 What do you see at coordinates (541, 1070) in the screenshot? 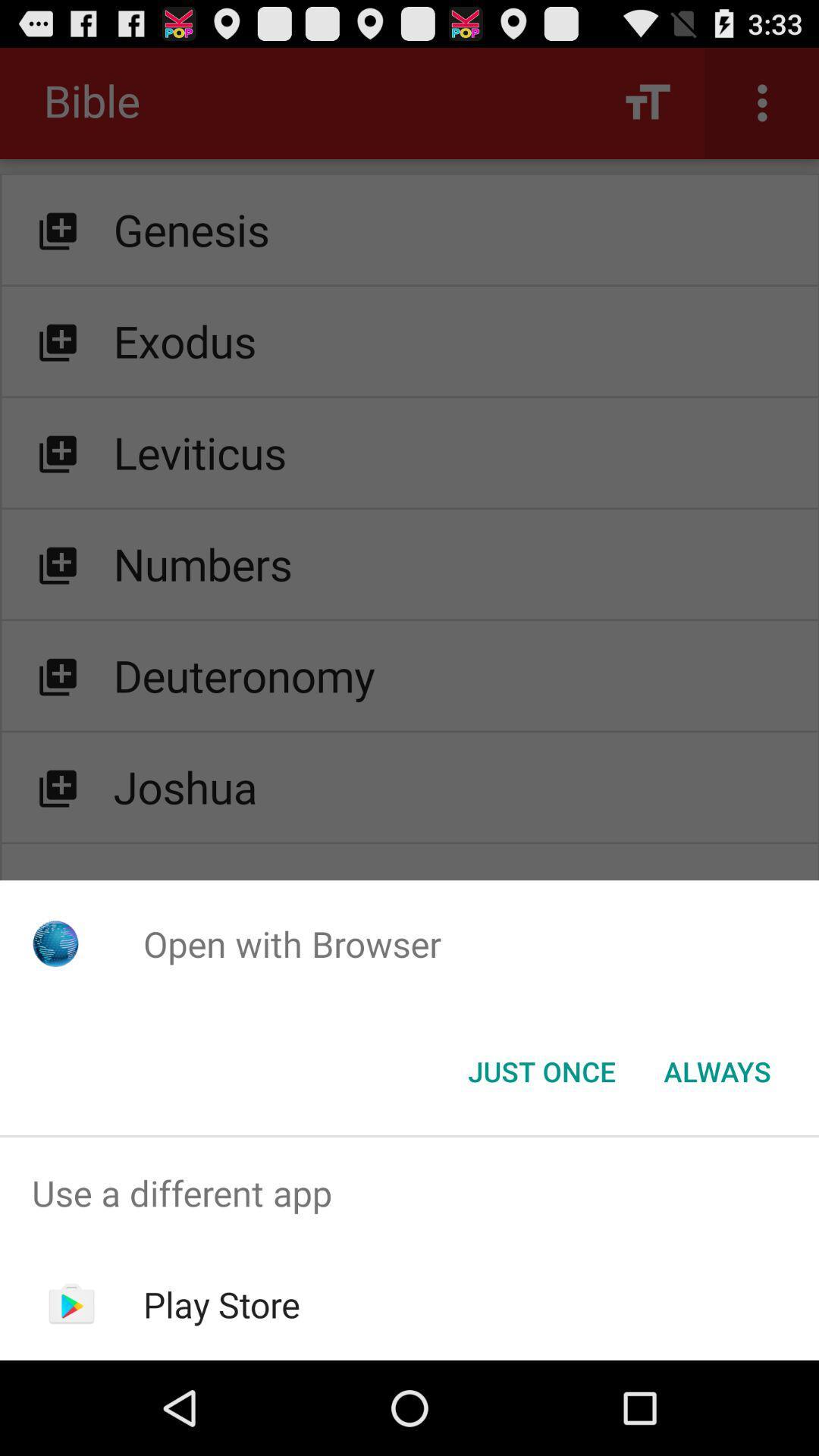
I see `just once item` at bounding box center [541, 1070].